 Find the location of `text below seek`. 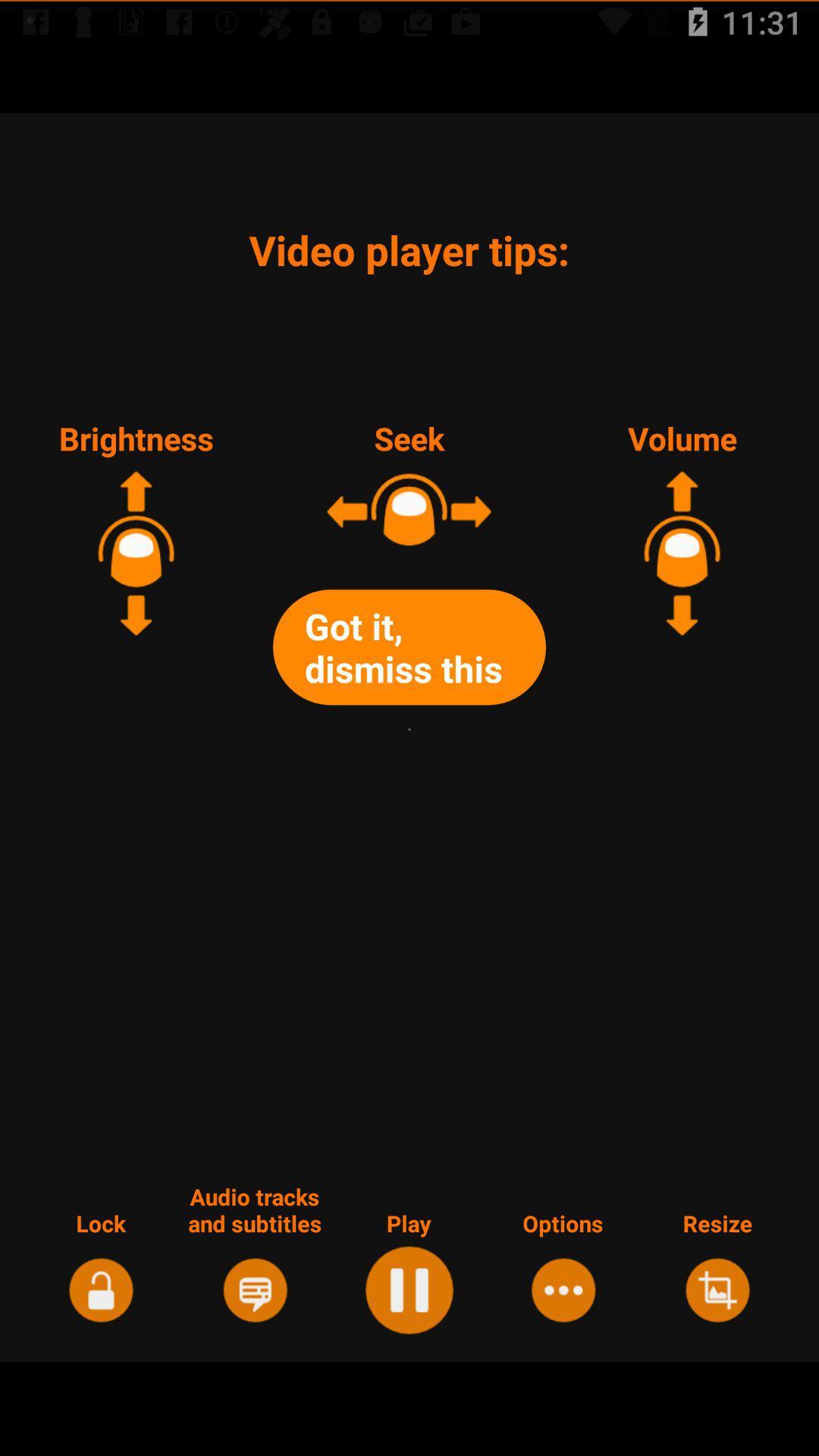

text below seek is located at coordinates (409, 645).